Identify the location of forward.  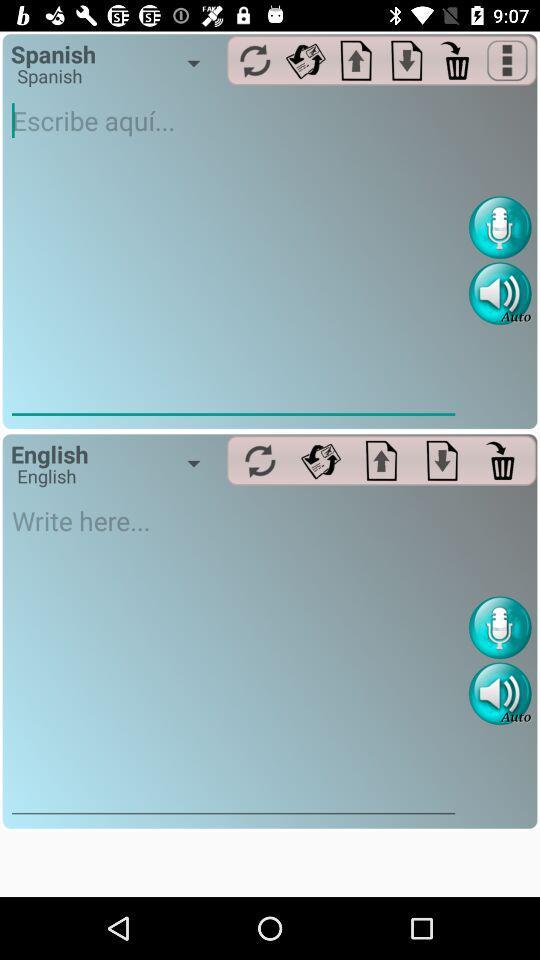
(320, 460).